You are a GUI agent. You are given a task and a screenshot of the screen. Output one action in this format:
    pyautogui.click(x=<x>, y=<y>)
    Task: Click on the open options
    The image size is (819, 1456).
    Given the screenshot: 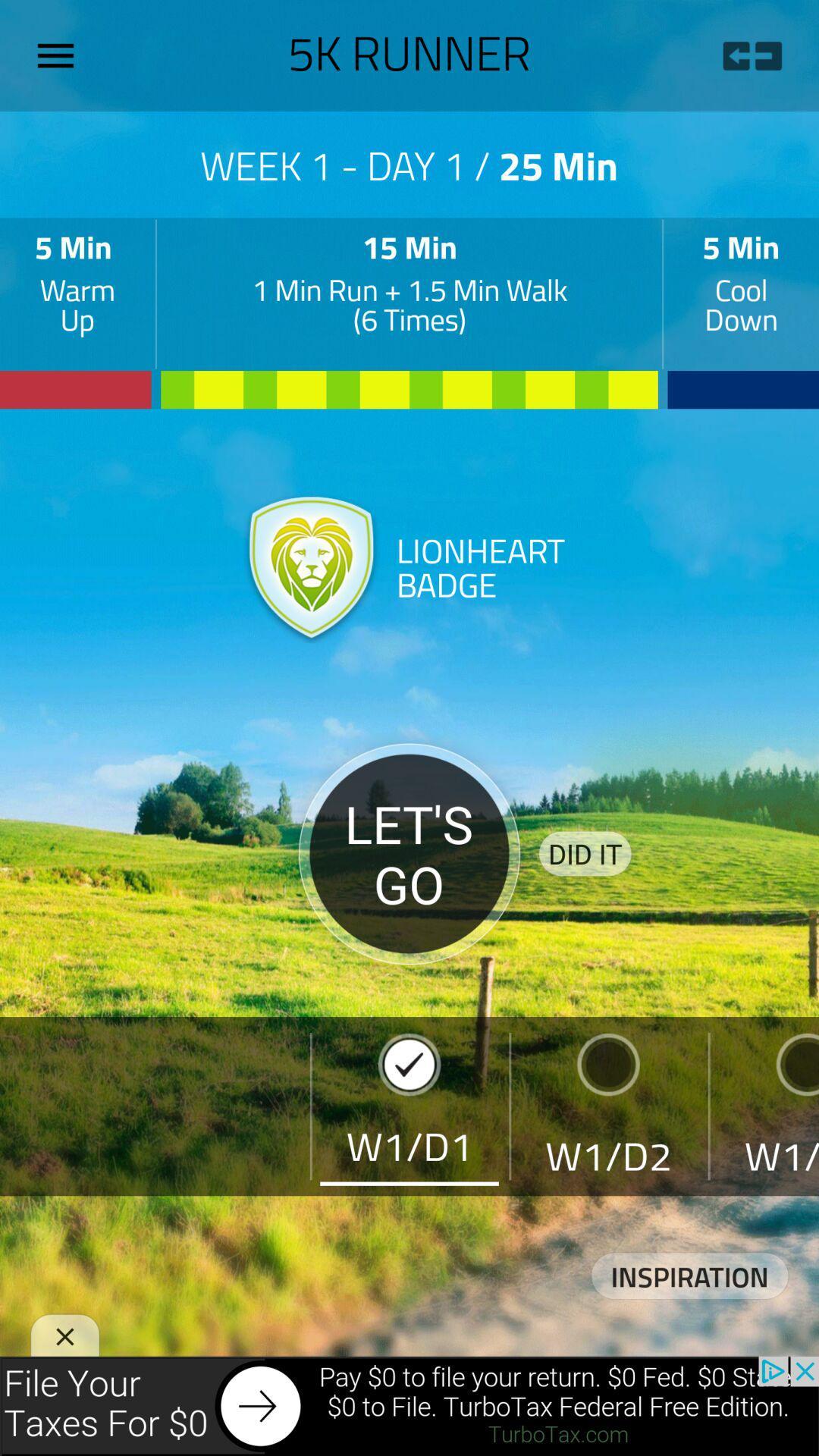 What is the action you would take?
    pyautogui.click(x=61, y=55)
    